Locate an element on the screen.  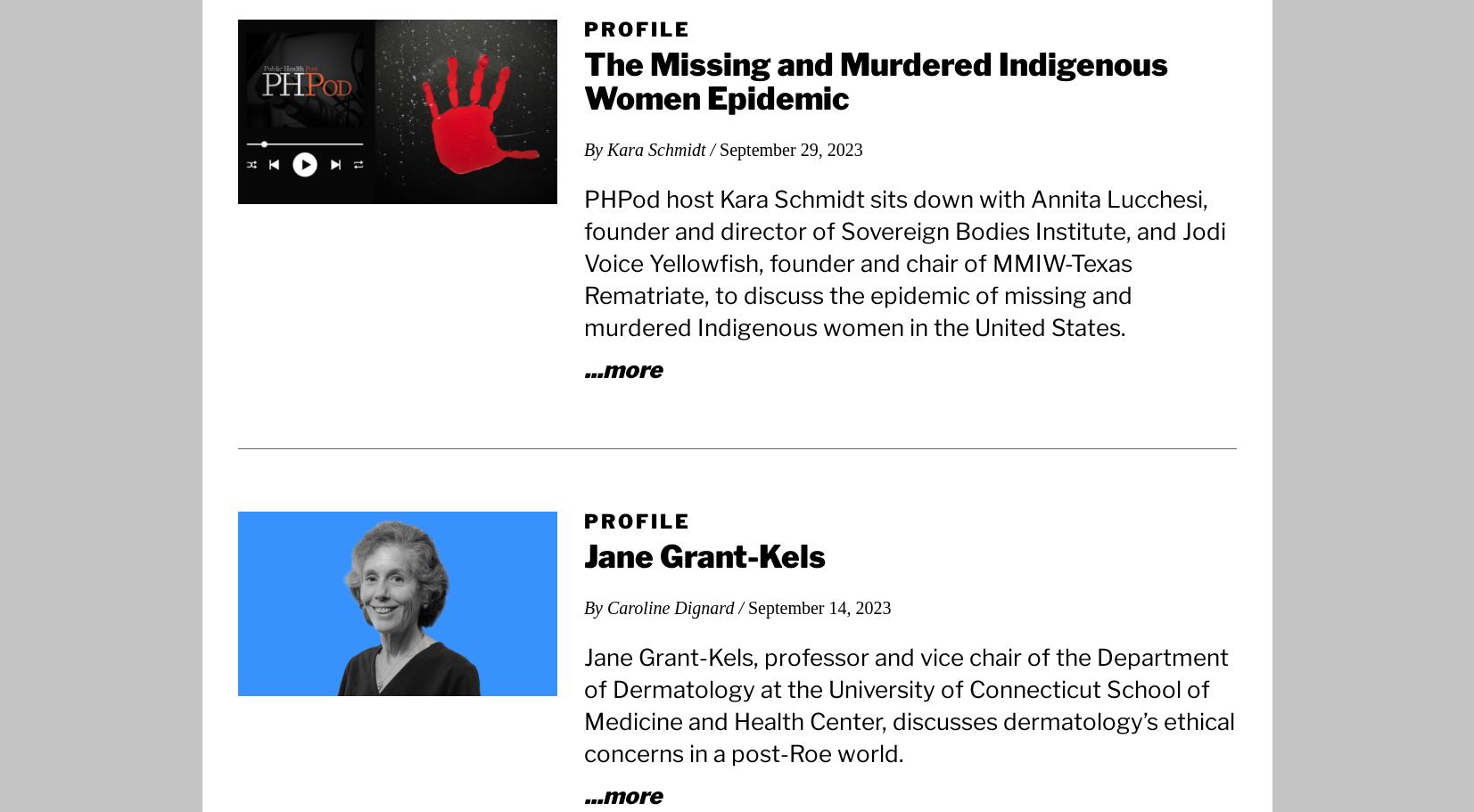
'September 29, 2023' is located at coordinates (790, 148).